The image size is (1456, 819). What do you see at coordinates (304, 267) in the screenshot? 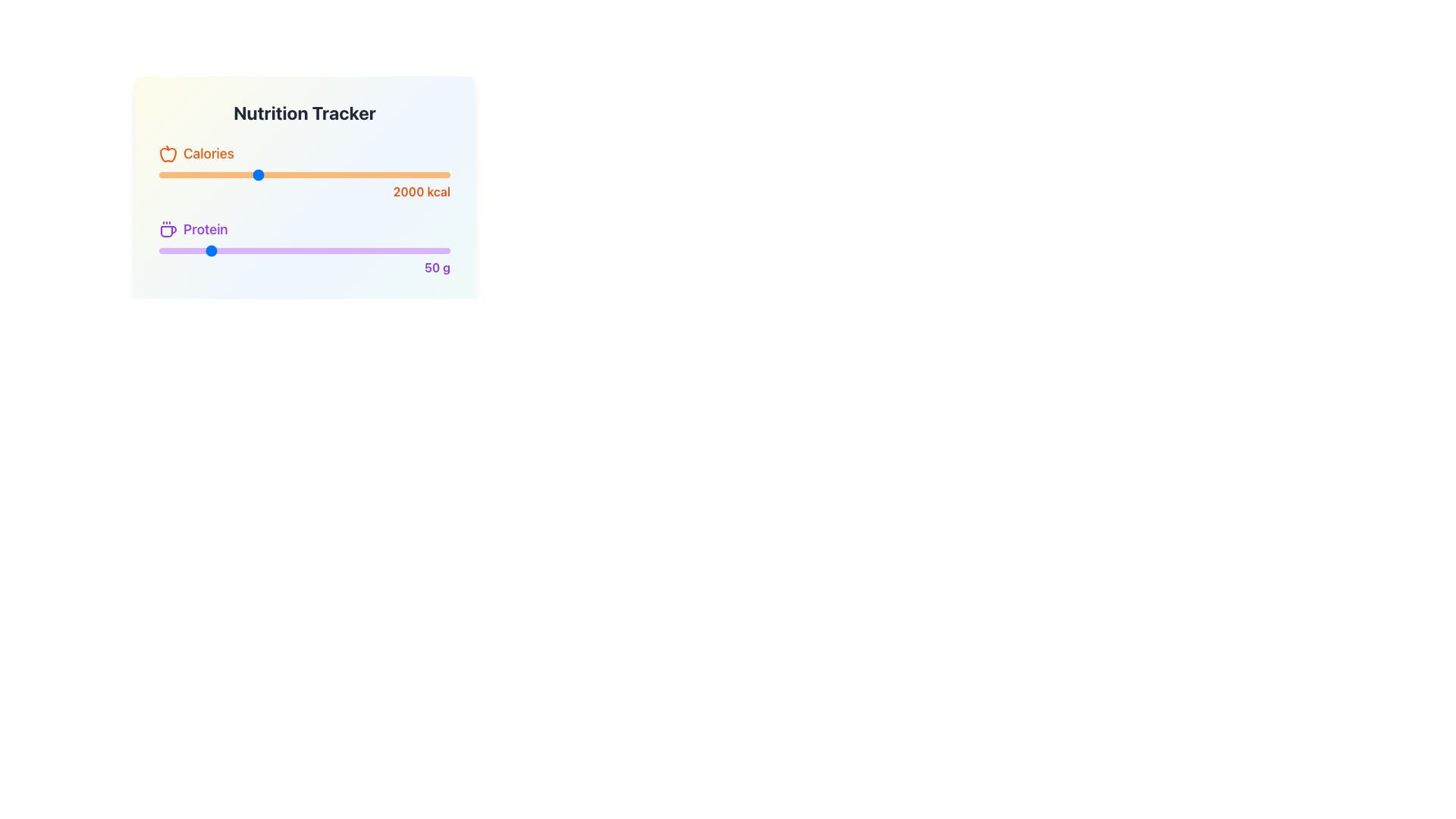
I see `the text label displaying '50 g', which is right-aligned, bold, and purple, located to the right of the 'Protein' slider in the 'Nutrition Tracker' section` at bounding box center [304, 267].